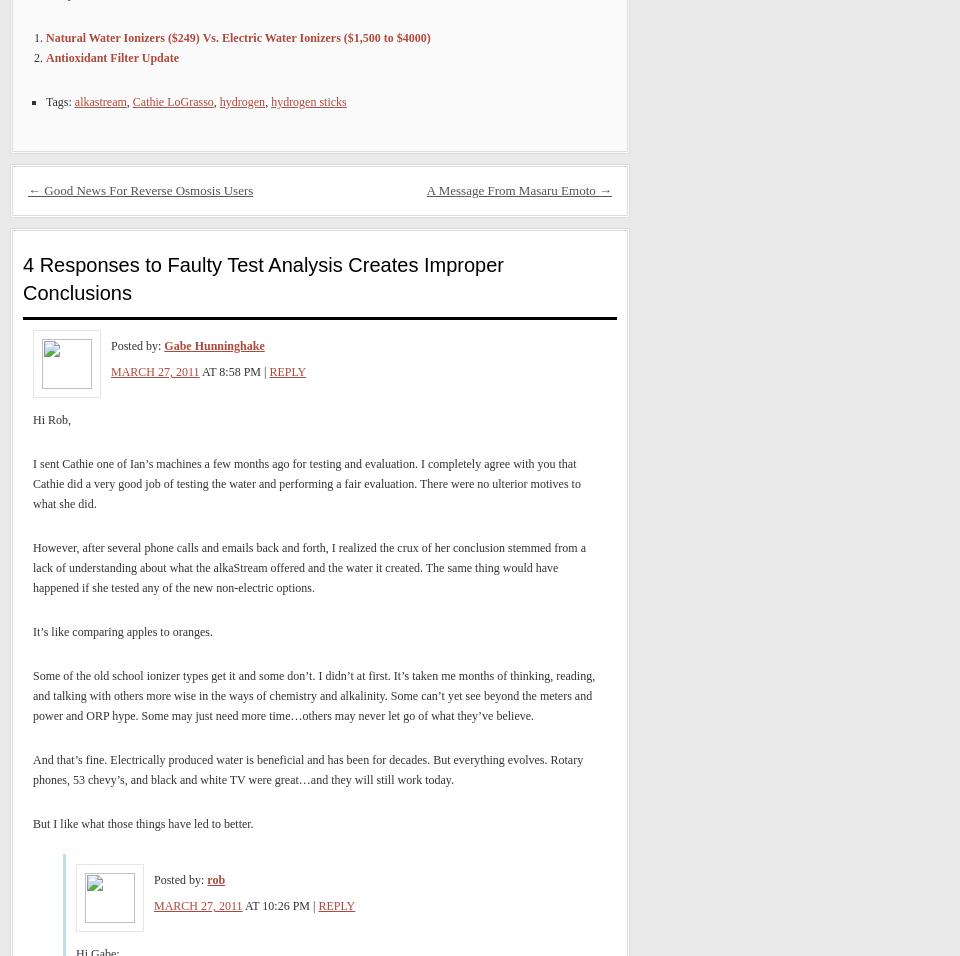  What do you see at coordinates (39, 190) in the screenshot?
I see `'Good News For Reverse Osmosis Users'` at bounding box center [39, 190].